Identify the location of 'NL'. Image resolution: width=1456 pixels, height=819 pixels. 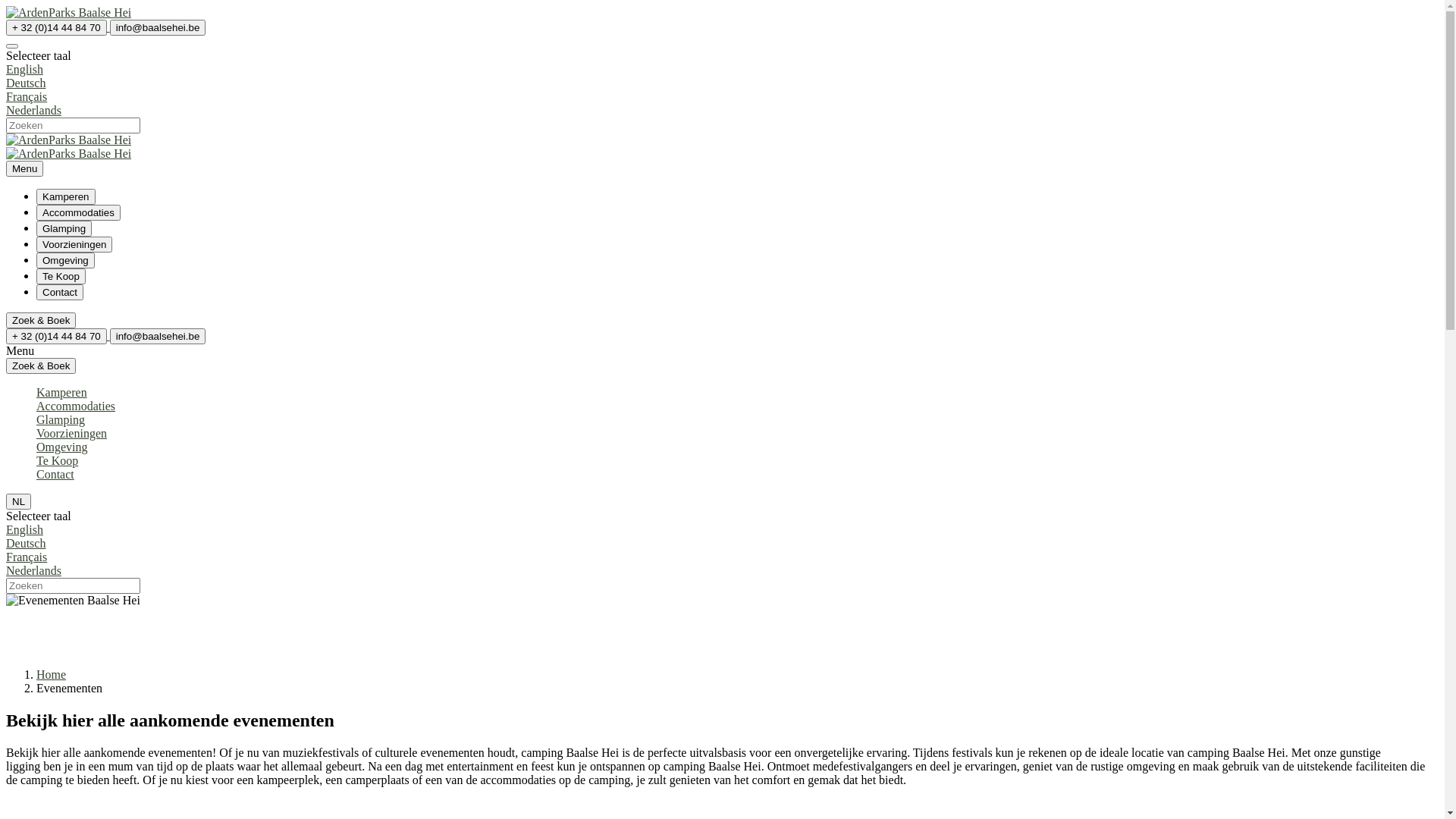
(18, 501).